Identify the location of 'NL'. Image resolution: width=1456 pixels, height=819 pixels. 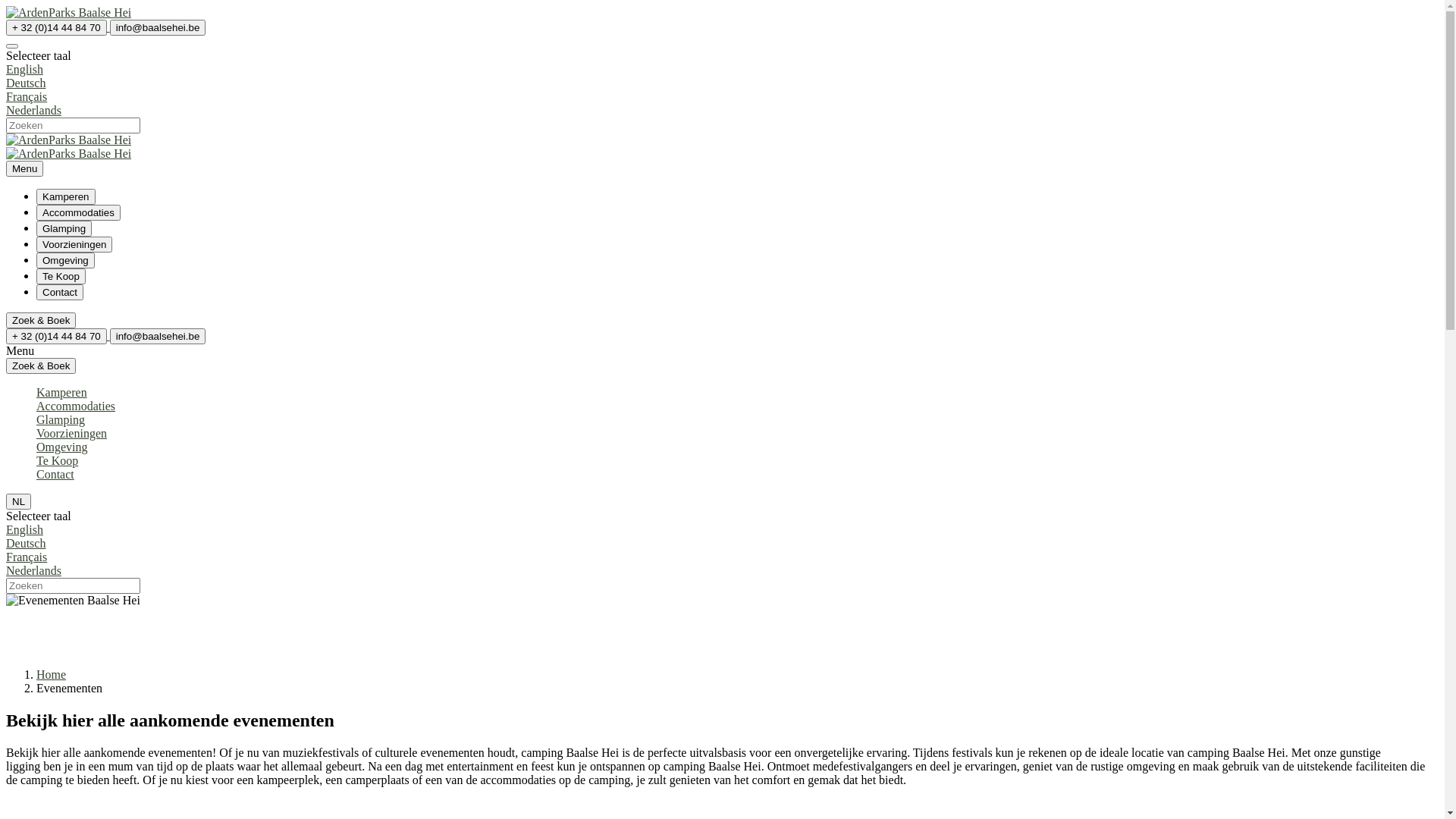
(18, 501).